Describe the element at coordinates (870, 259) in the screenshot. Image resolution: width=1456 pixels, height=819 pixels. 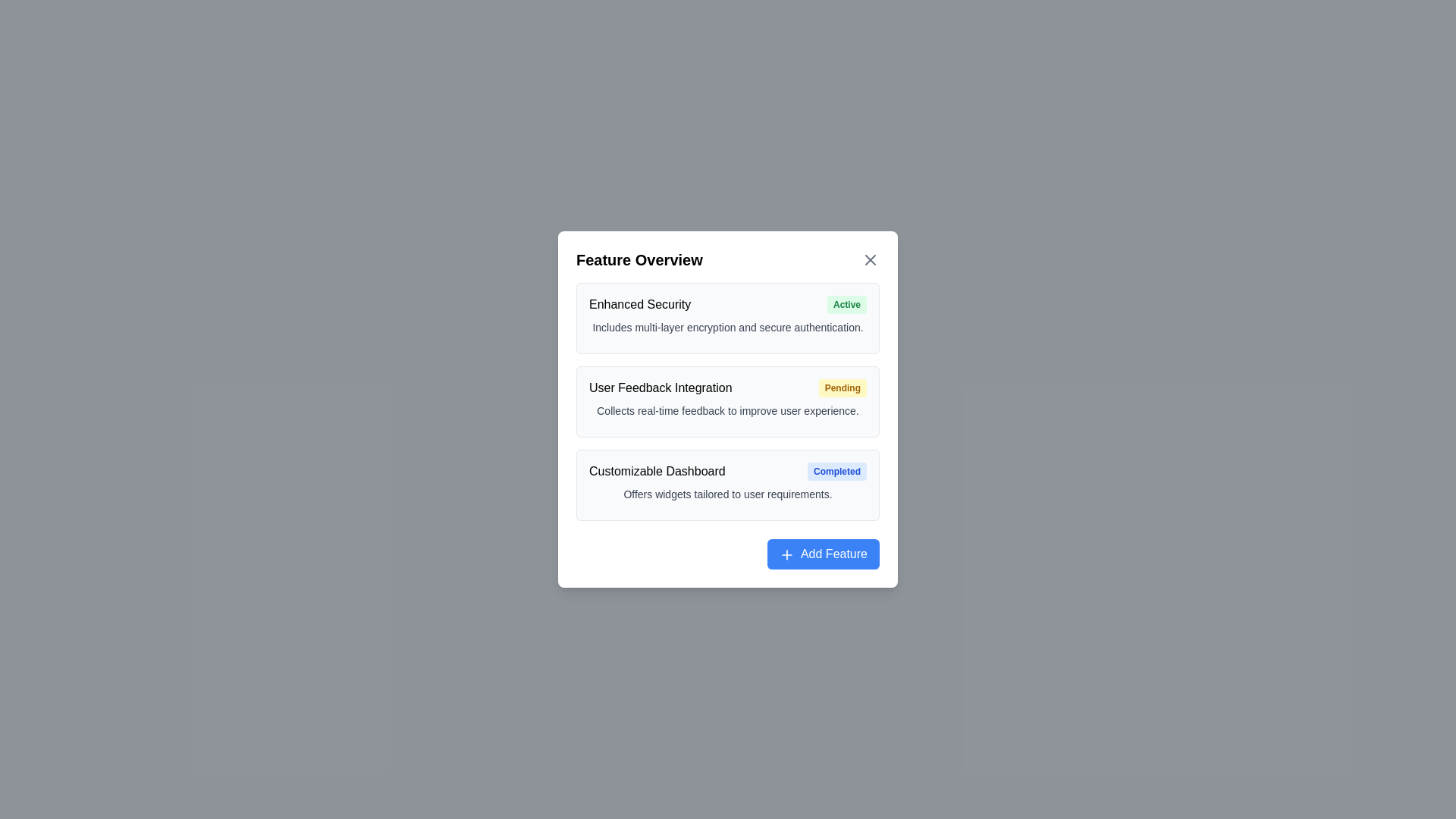
I see `the 'X' button located in the top right corner of the 'Feature Overview' dialog box` at that location.